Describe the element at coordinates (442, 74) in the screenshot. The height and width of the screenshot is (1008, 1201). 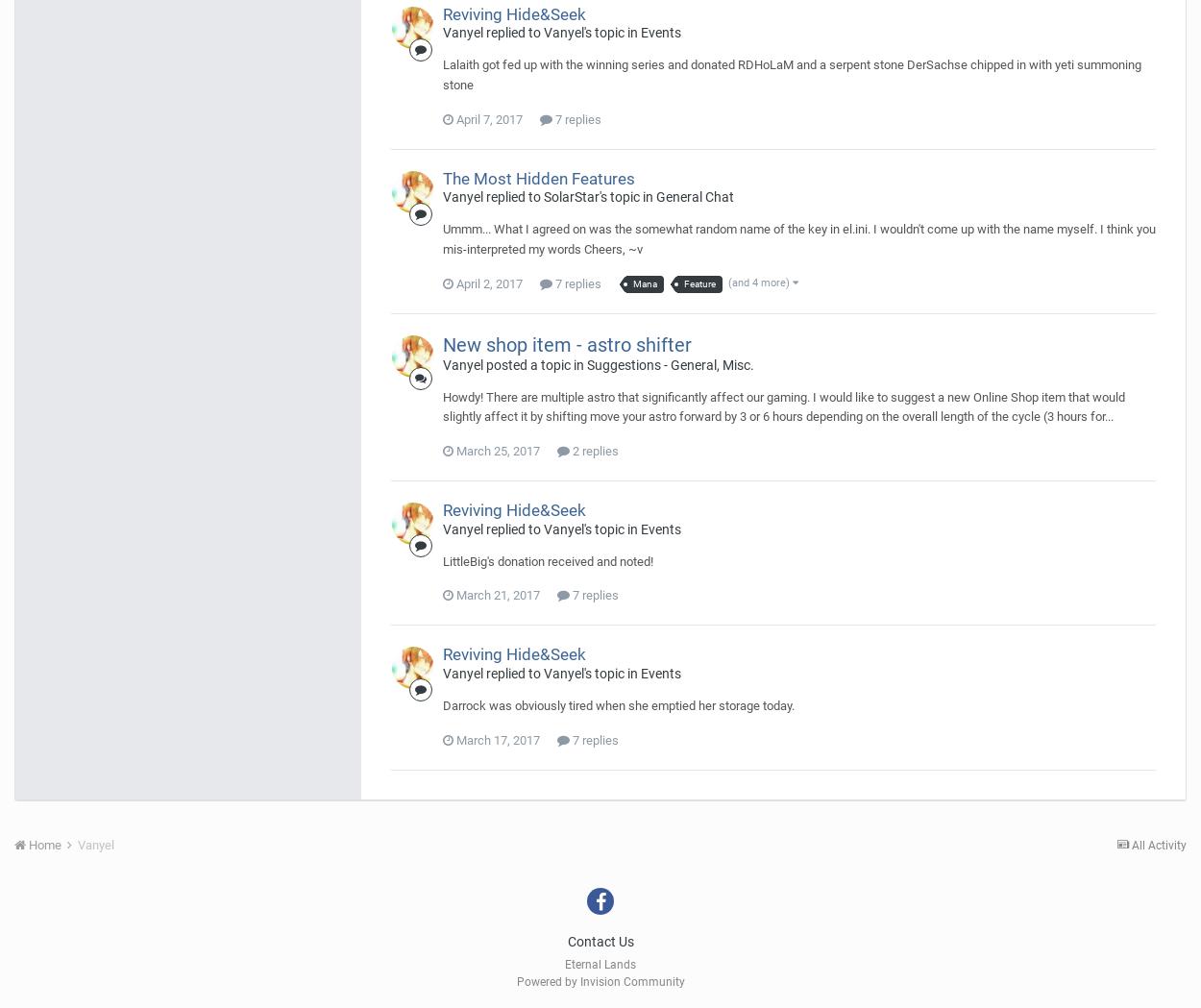
I see `'Lalaith got fed up with the winning series and donated RDHoLaM and a serpent stone  
DerSachse chipped in with yeti summoning stone'` at that location.